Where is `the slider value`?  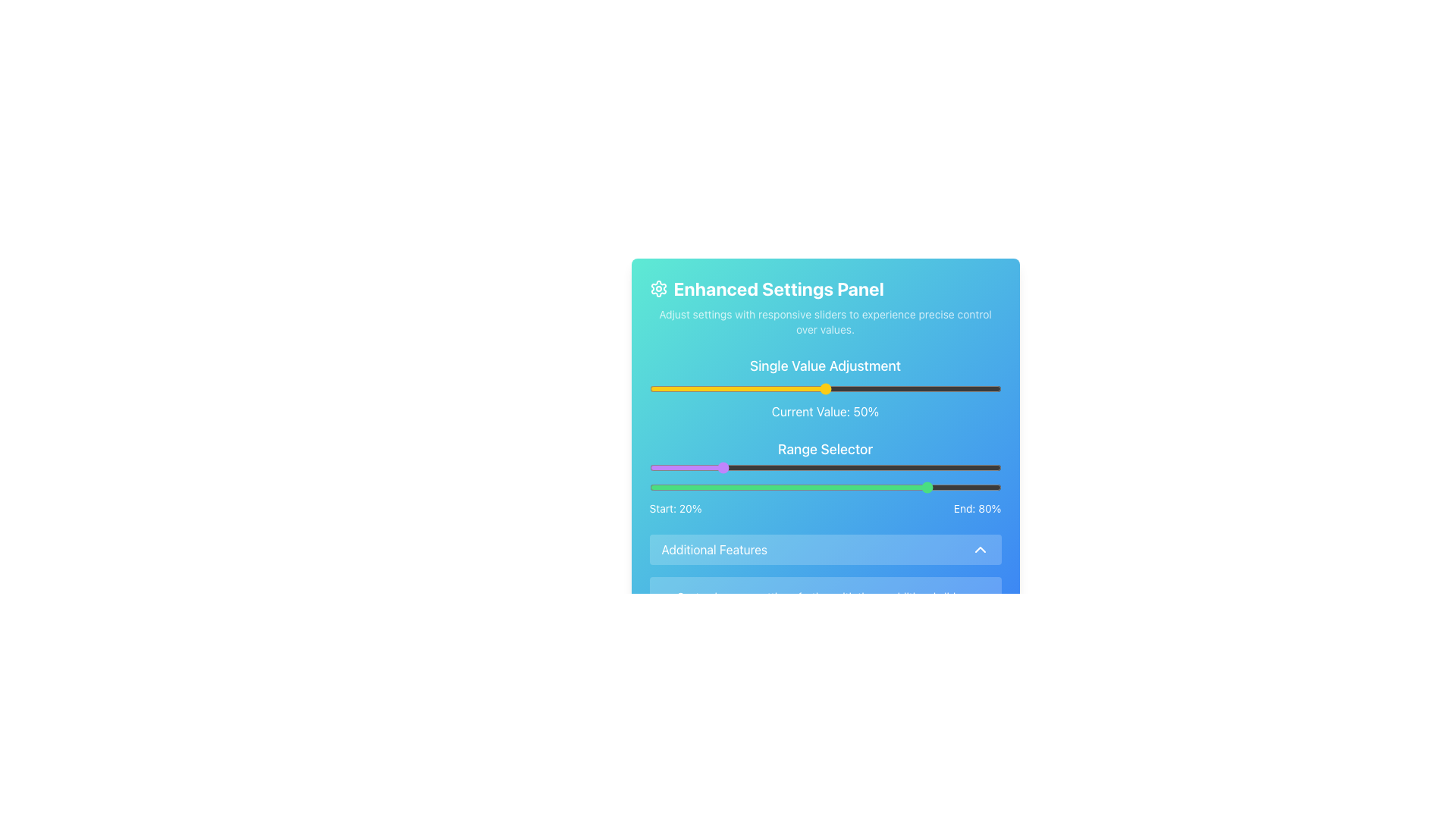 the slider value is located at coordinates (839, 388).